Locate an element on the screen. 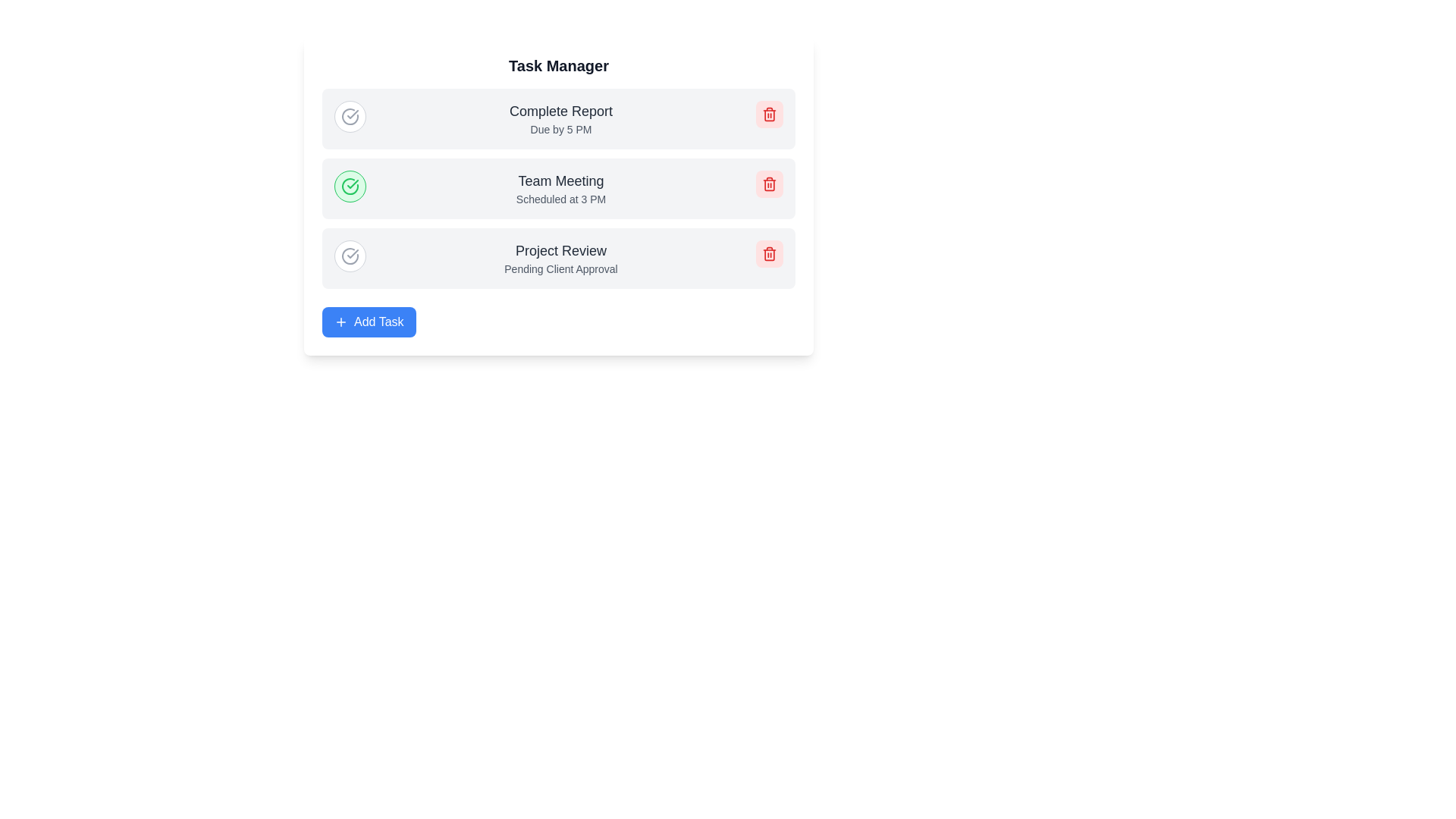  the 'Complete Report' label in the task list under 'Task Manager', which displays the due date 'Due by 5 PM' is located at coordinates (560, 118).